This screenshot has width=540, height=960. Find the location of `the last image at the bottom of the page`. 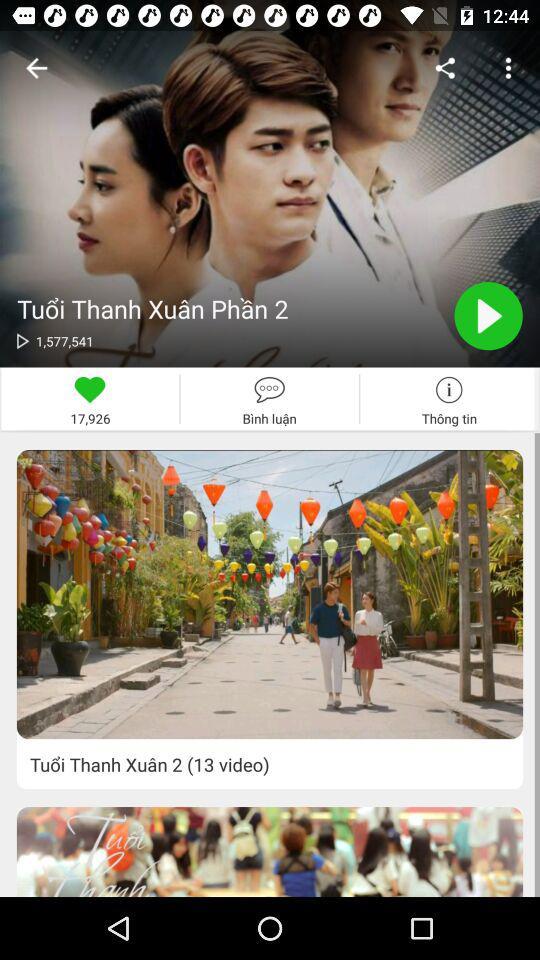

the last image at the bottom of the page is located at coordinates (270, 851).